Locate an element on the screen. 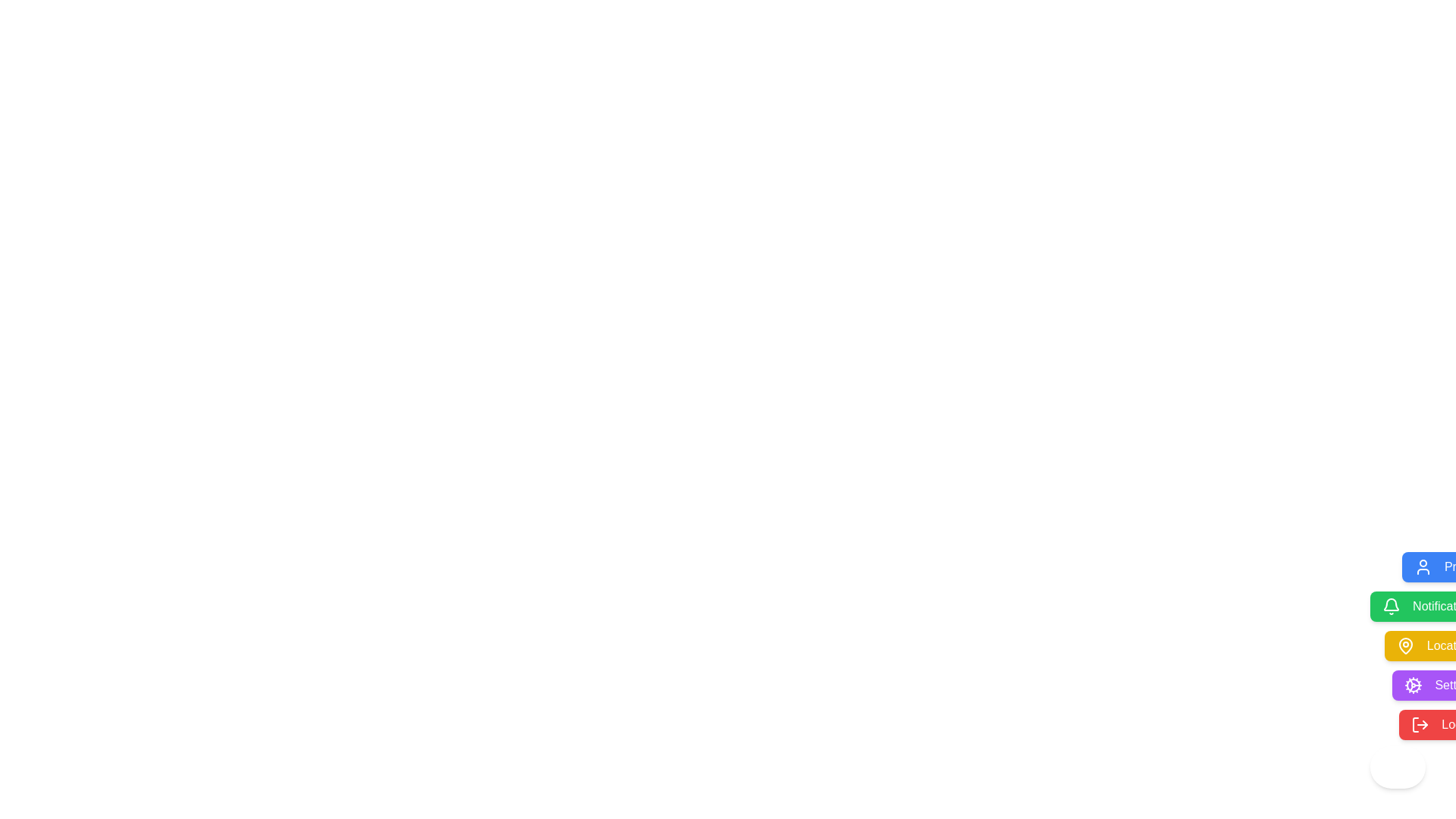  the blue rectangular button labeled 'Profile' that contains the user icon on the left side is located at coordinates (1422, 567).